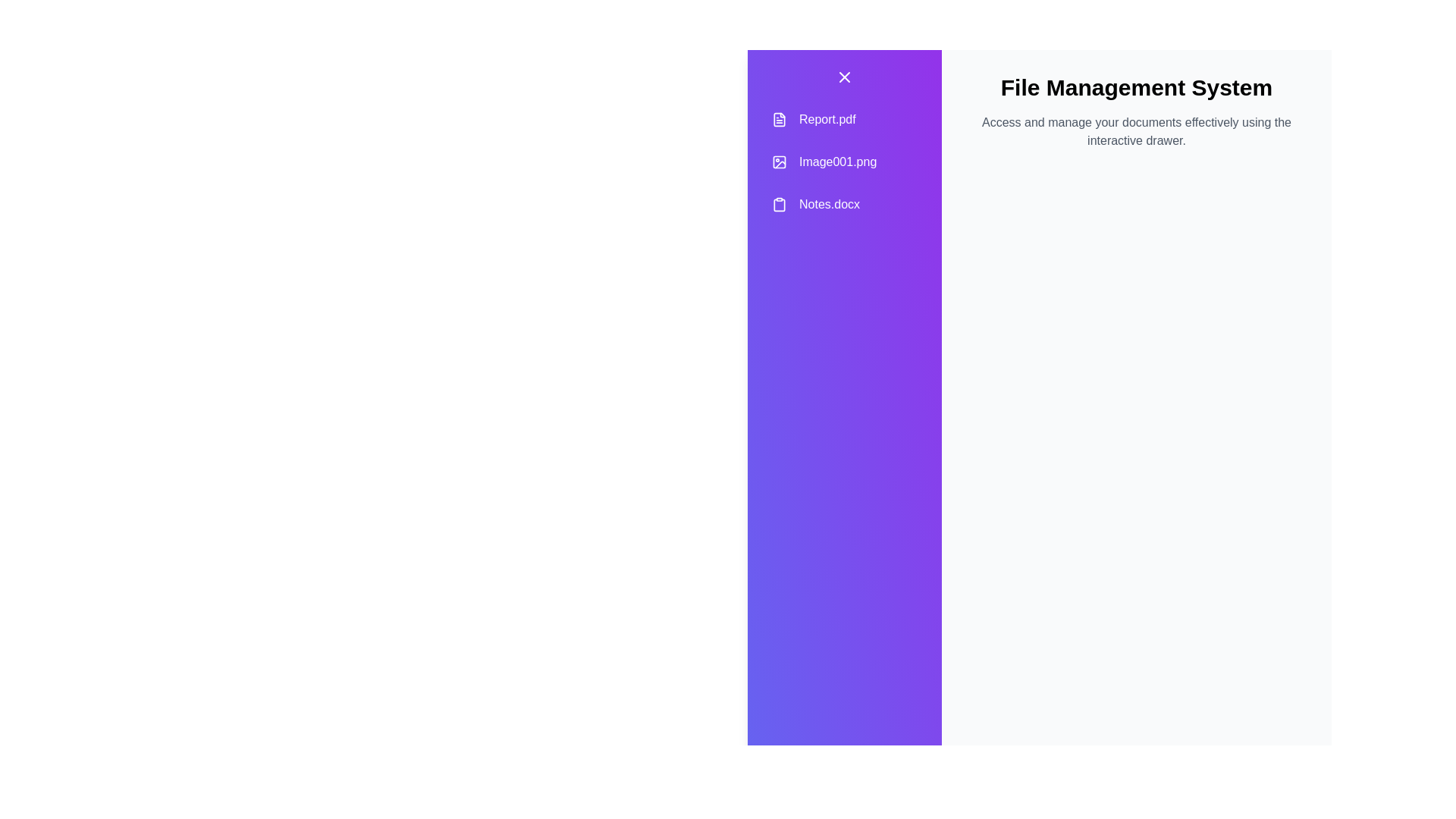 The width and height of the screenshot is (1456, 819). What do you see at coordinates (843, 119) in the screenshot?
I see `the document name Report.pdf to select or highlight it` at bounding box center [843, 119].